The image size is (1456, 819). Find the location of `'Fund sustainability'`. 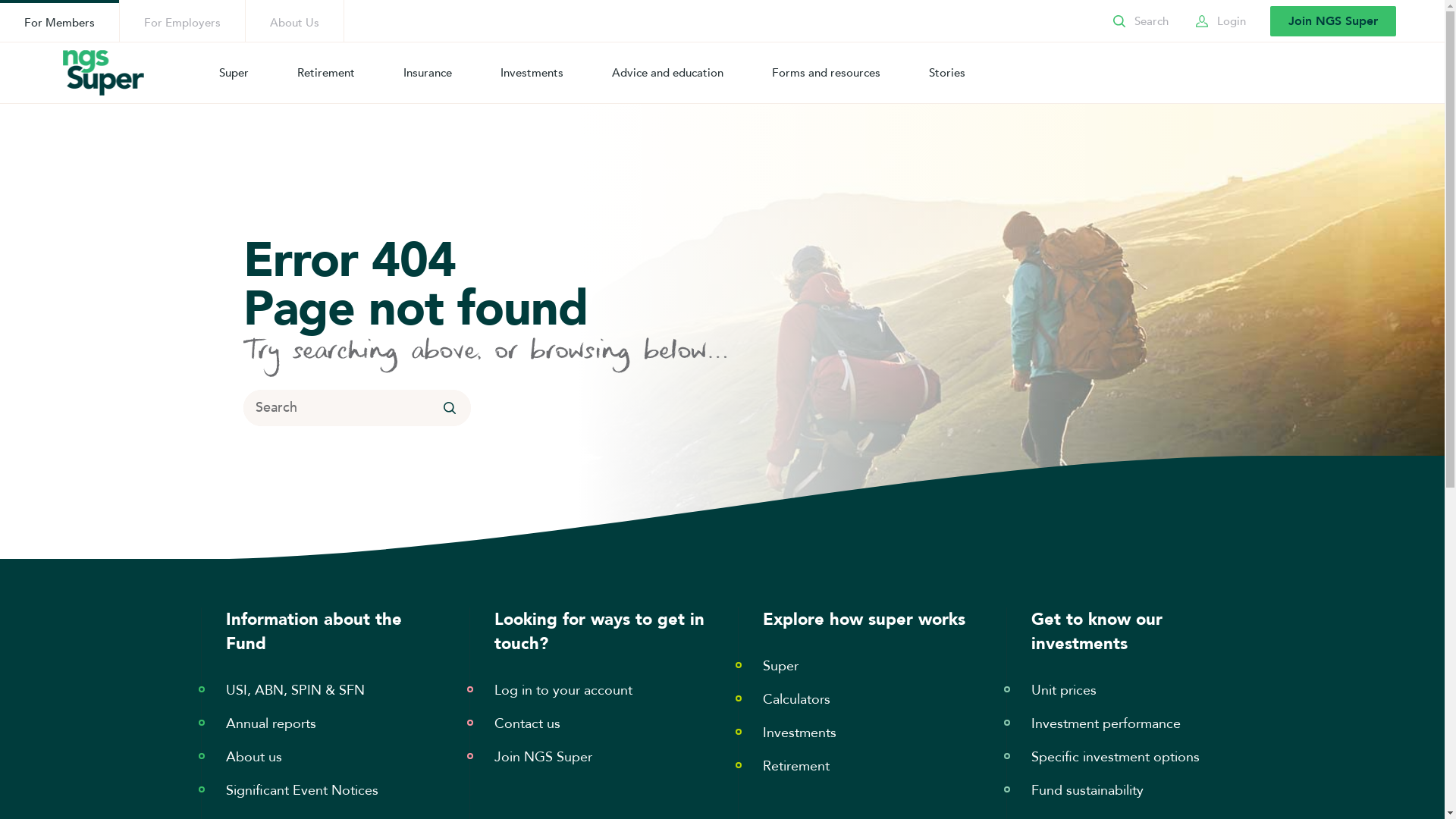

'Fund sustainability' is located at coordinates (1087, 789).